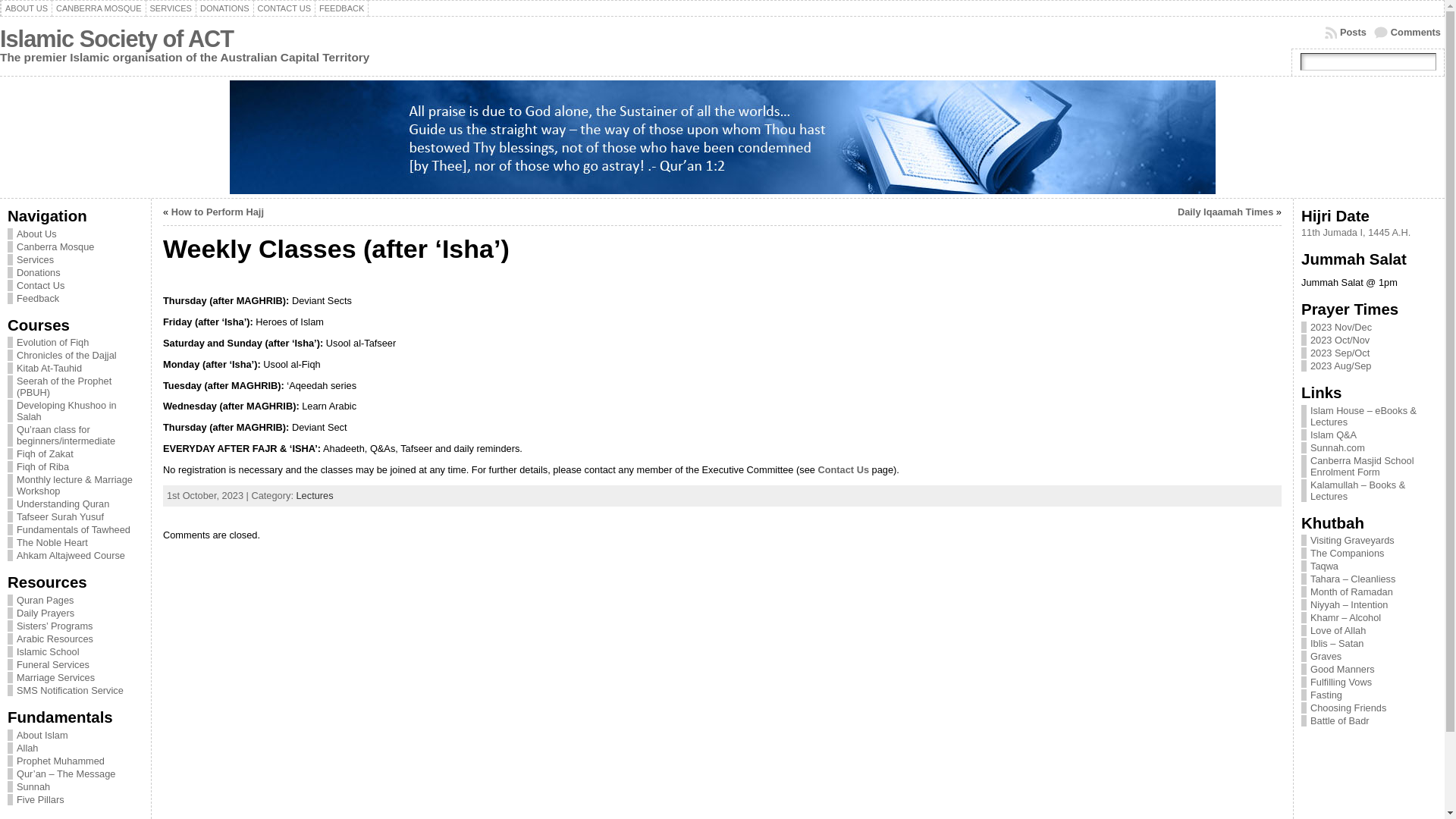 This screenshot has width=1456, height=819. Describe the element at coordinates (1341, 681) in the screenshot. I see `'Fulfilling Vows'` at that location.